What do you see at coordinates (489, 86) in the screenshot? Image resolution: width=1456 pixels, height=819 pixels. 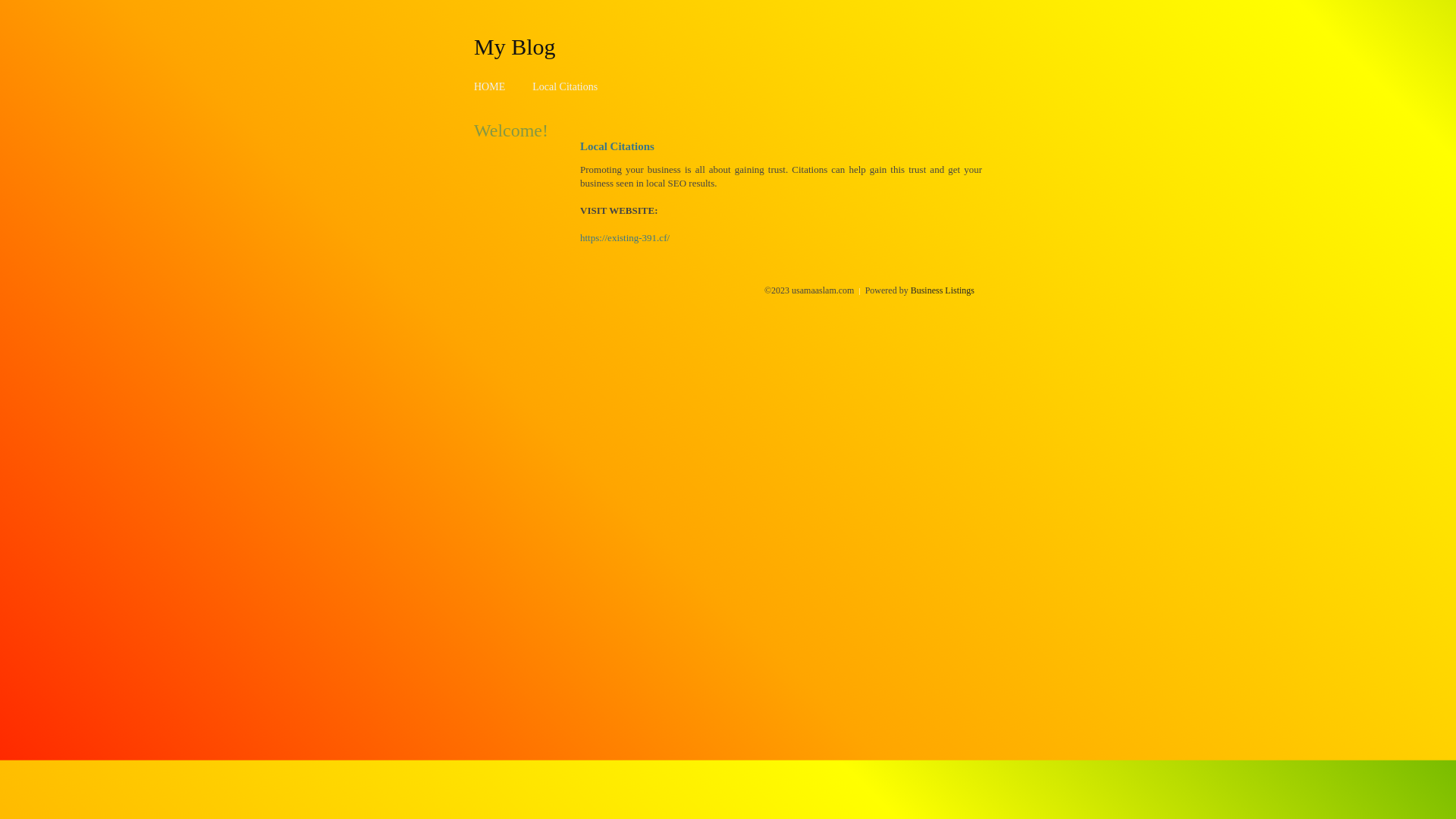 I see `'HOME'` at bounding box center [489, 86].